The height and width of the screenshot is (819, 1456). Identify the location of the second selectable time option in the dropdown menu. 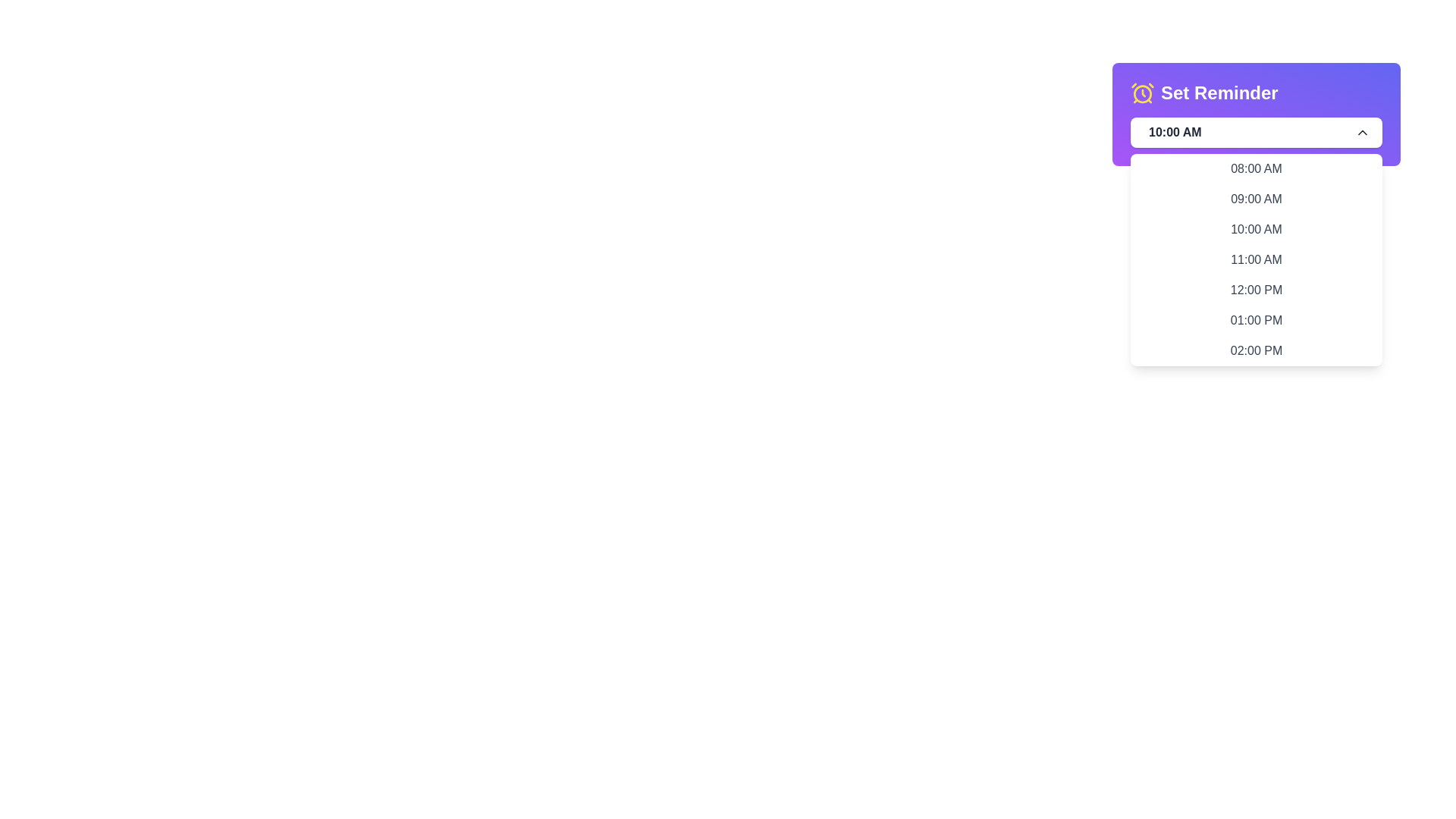
(1256, 198).